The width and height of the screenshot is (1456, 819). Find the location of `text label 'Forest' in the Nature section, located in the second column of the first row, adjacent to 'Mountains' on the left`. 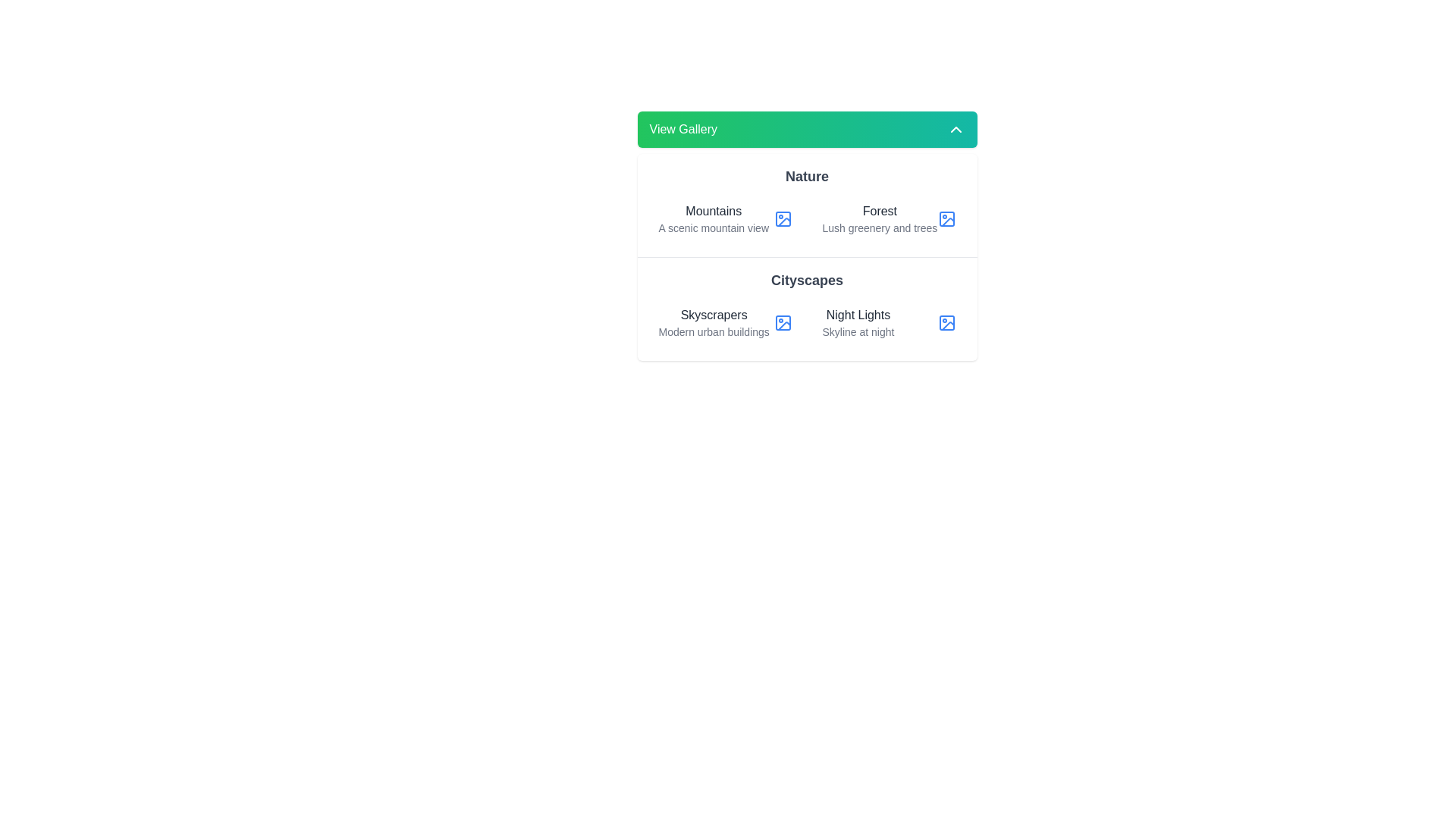

text label 'Forest' in the Nature section, located in the second column of the first row, adjacent to 'Mountains' on the left is located at coordinates (880, 219).